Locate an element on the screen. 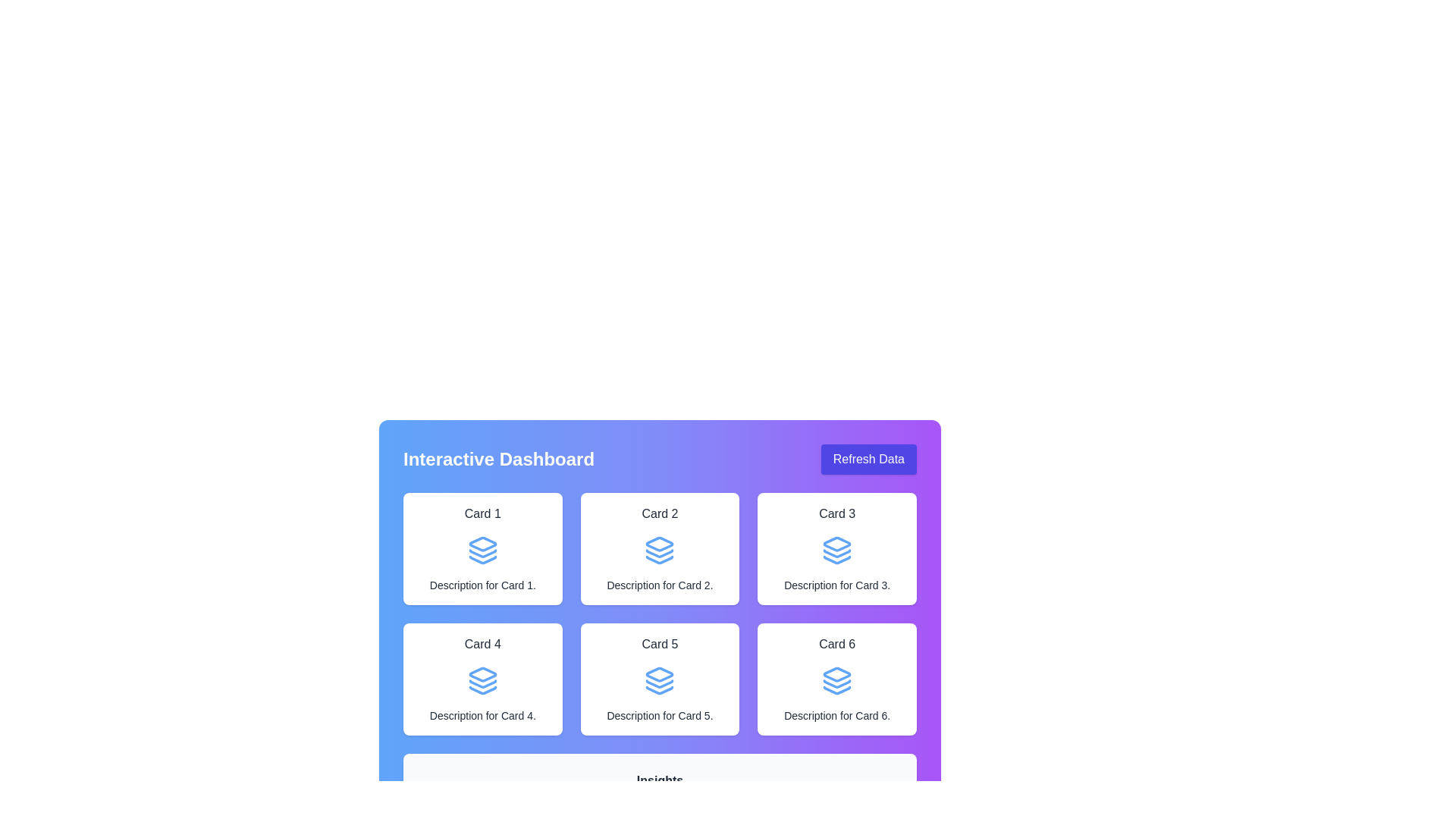 The height and width of the screenshot is (819, 1456). the panel at the top of the dashboard is located at coordinates (660, 458).